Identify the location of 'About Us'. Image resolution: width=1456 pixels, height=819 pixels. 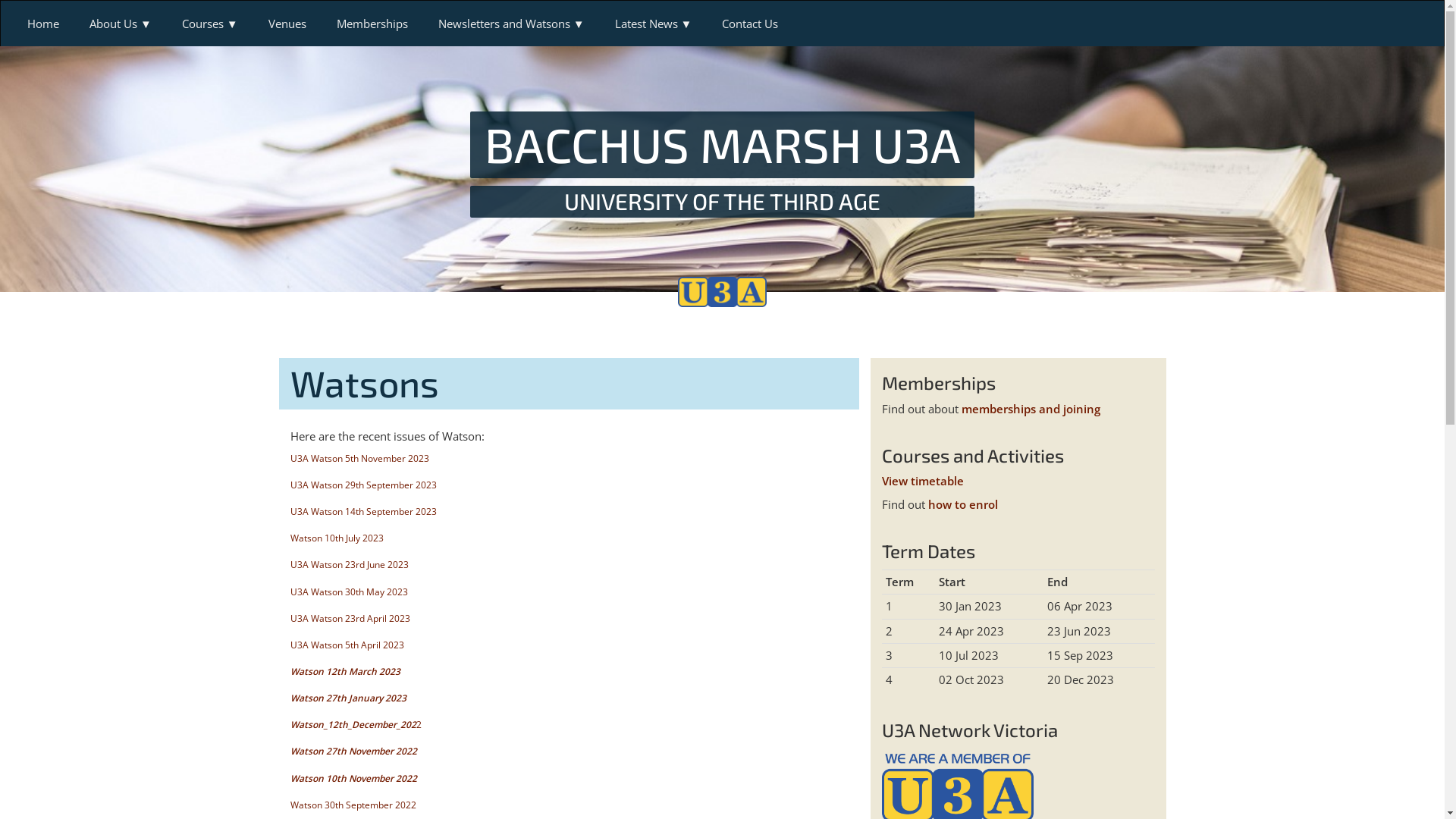
(119, 23).